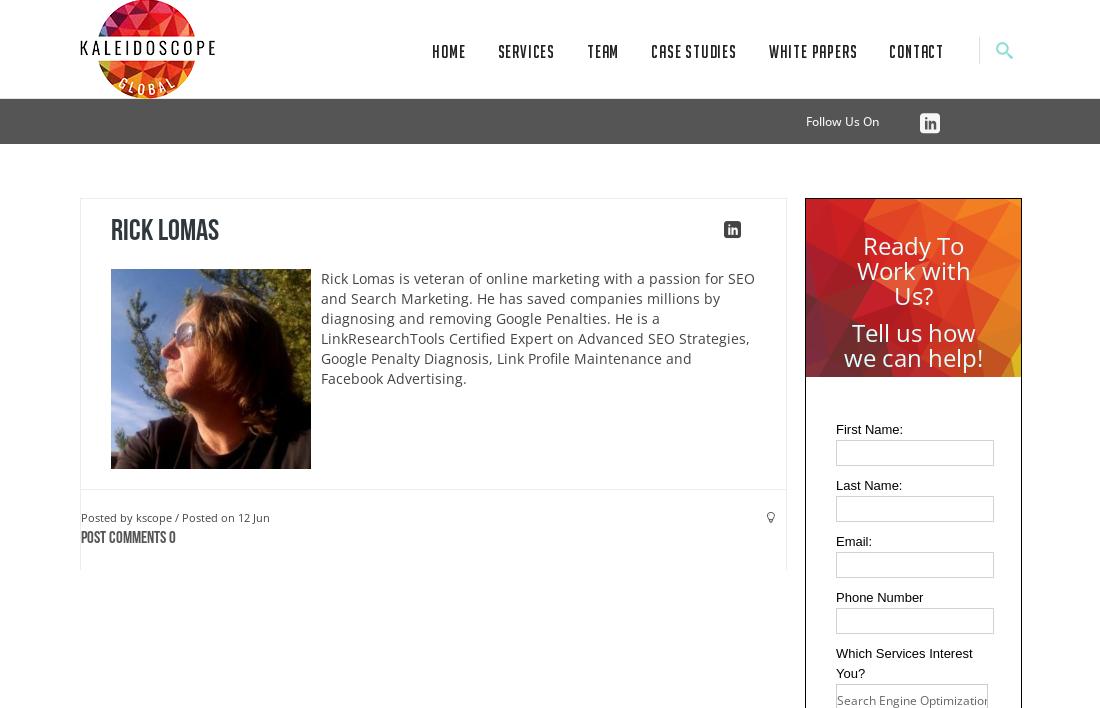  I want to click on 'Phone Number', so click(878, 597).